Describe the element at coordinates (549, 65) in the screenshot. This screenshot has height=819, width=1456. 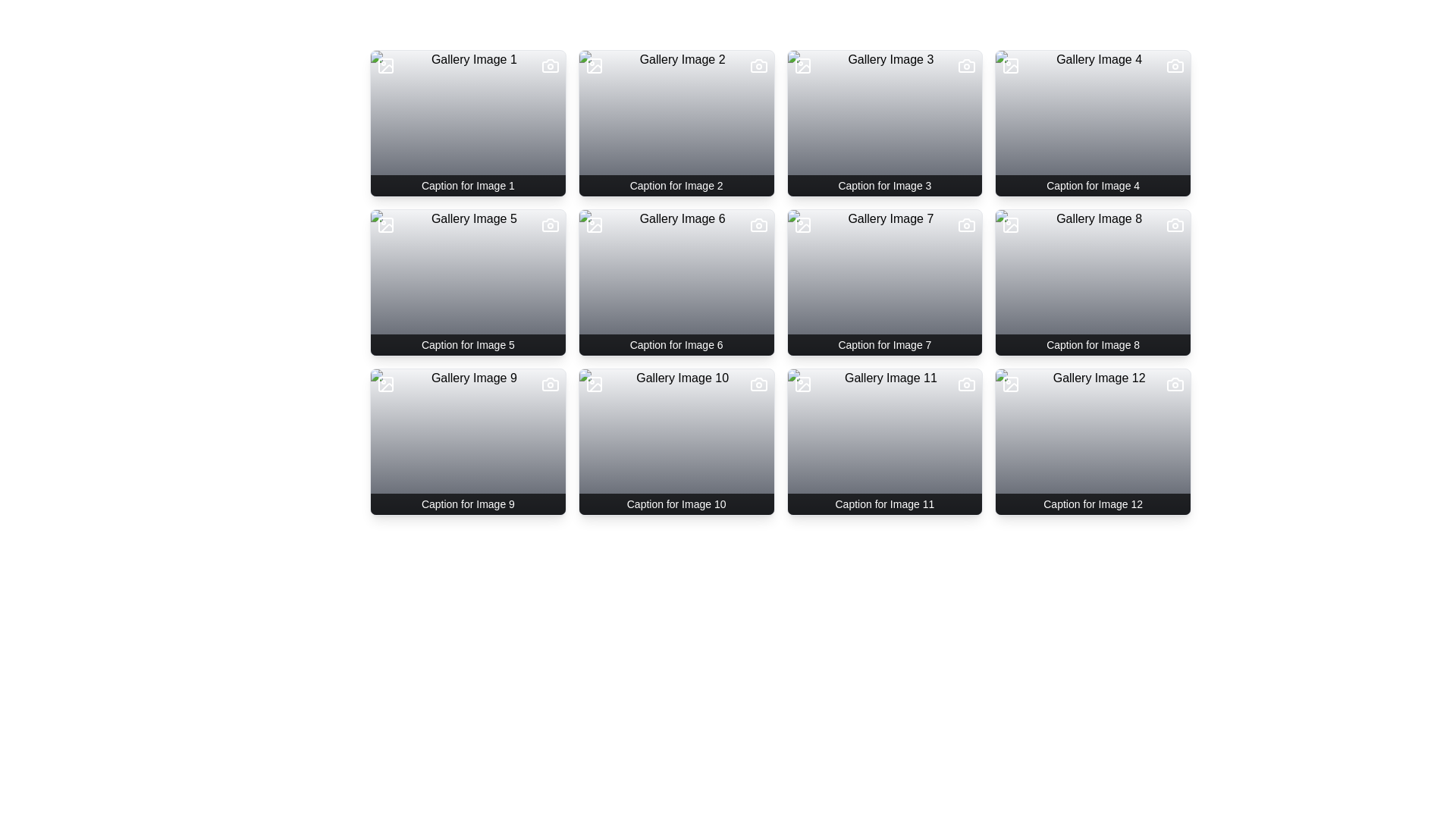
I see `the camera icon located at the top right corner of the card labeled 'Gallery Image 1', which is a small, white icon within a grayish area` at that location.